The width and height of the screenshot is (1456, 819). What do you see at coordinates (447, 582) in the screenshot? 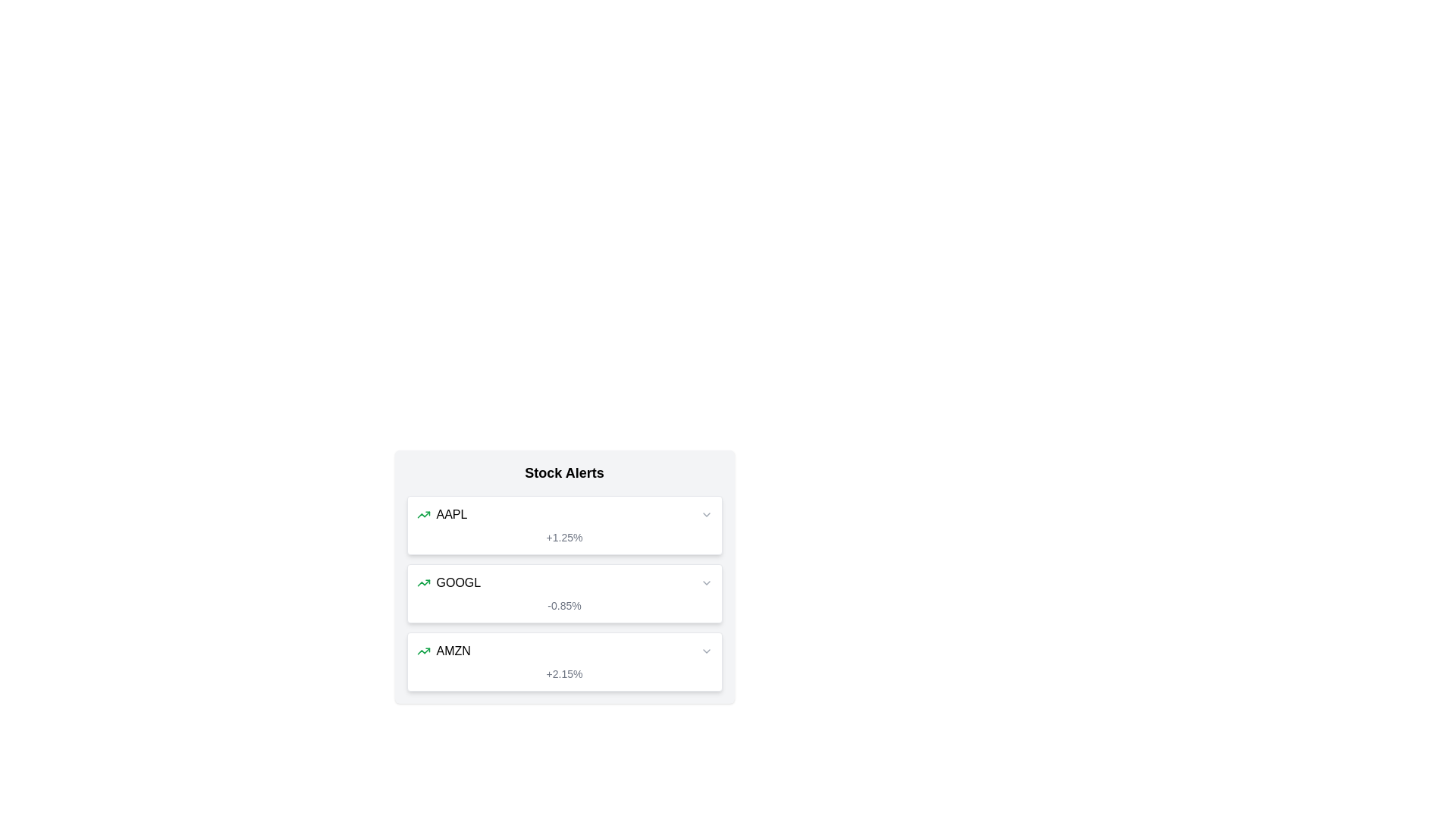
I see `stock label 'GOOGL' which is styled with a medium font weight and has an uptrend arrow icon in green, positioned in the center area of the stock alerts list` at bounding box center [447, 582].